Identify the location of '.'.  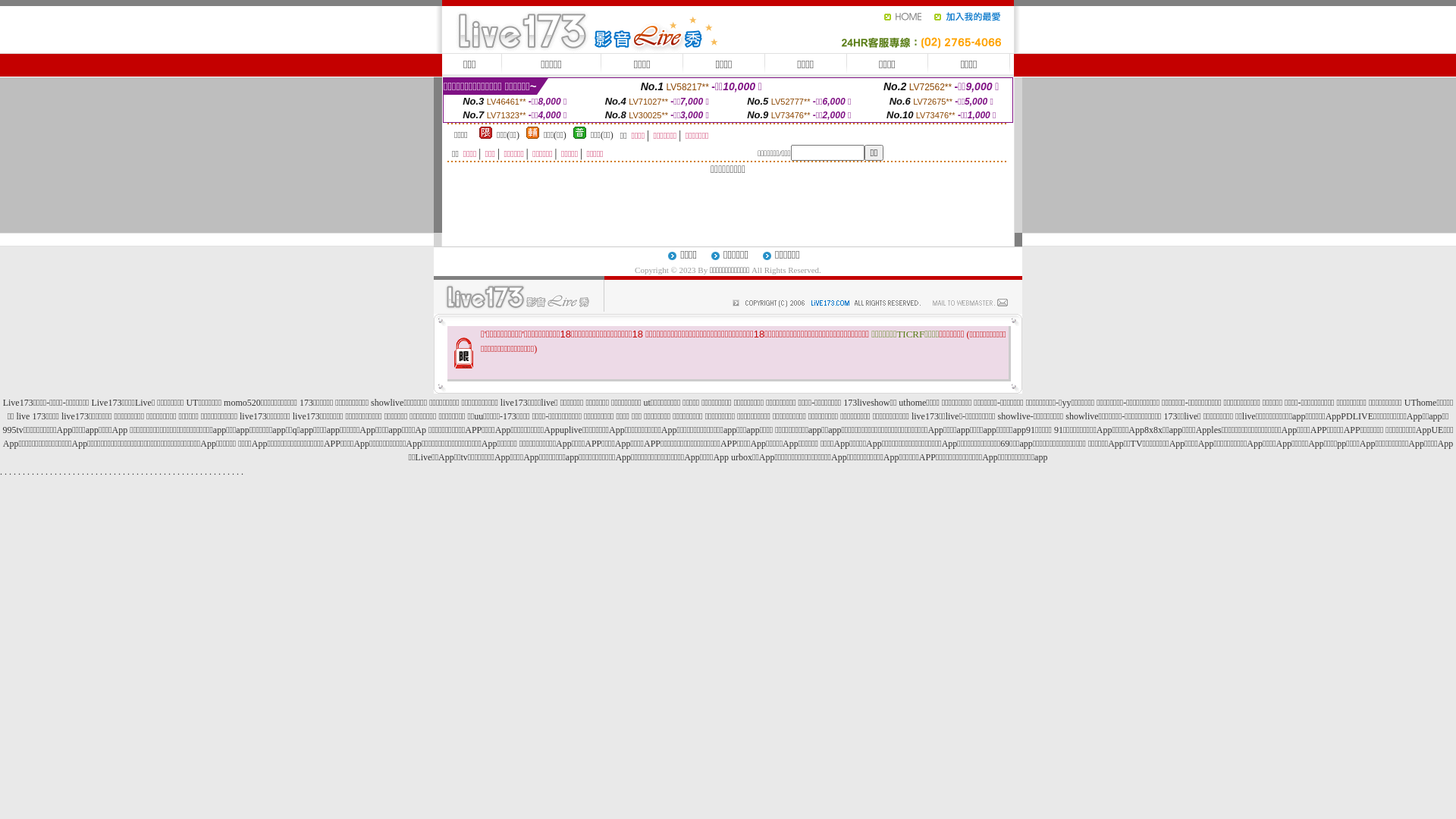
(124, 470).